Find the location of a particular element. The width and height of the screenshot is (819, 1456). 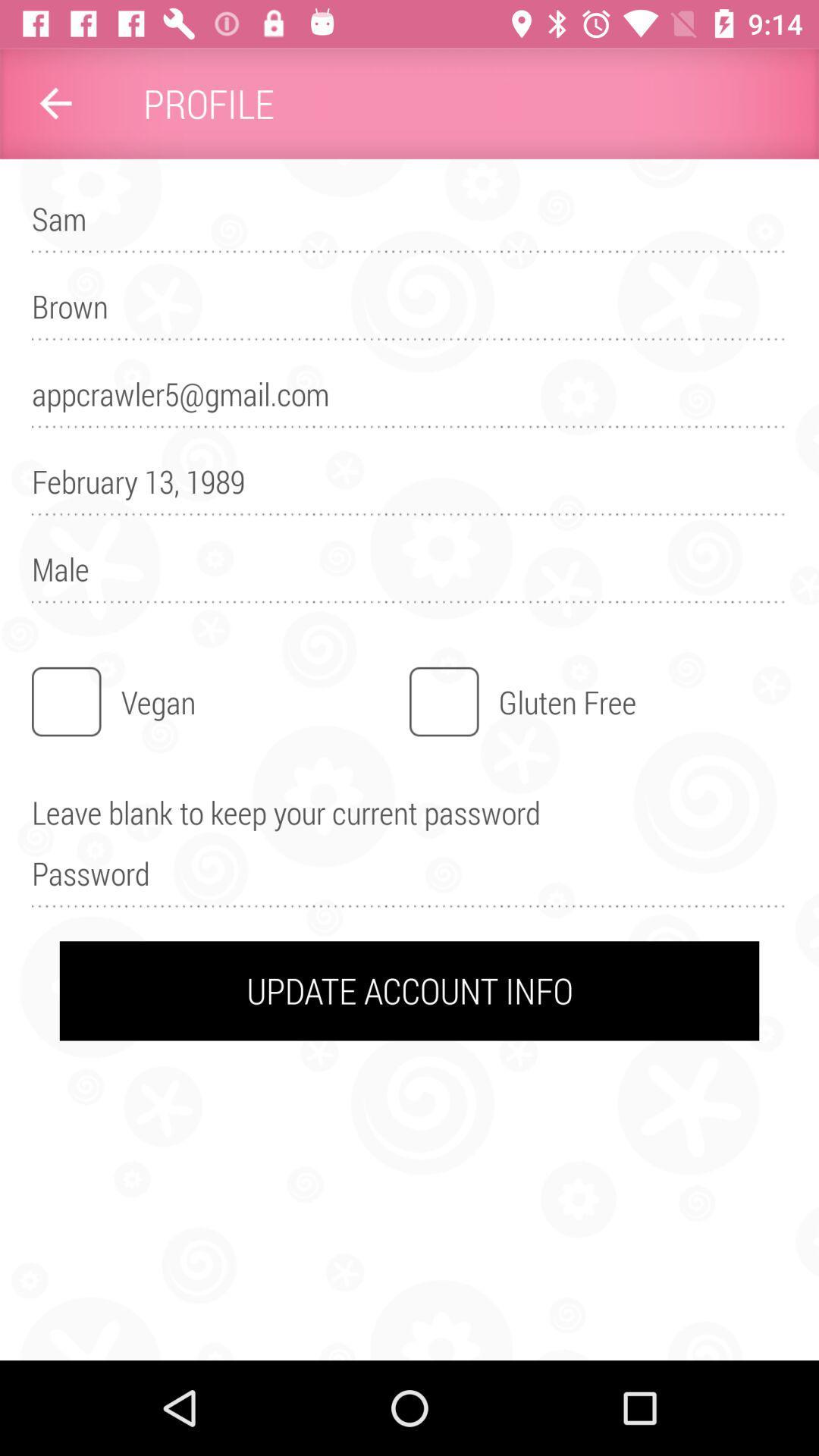

february 13, 1989 item is located at coordinates (409, 488).